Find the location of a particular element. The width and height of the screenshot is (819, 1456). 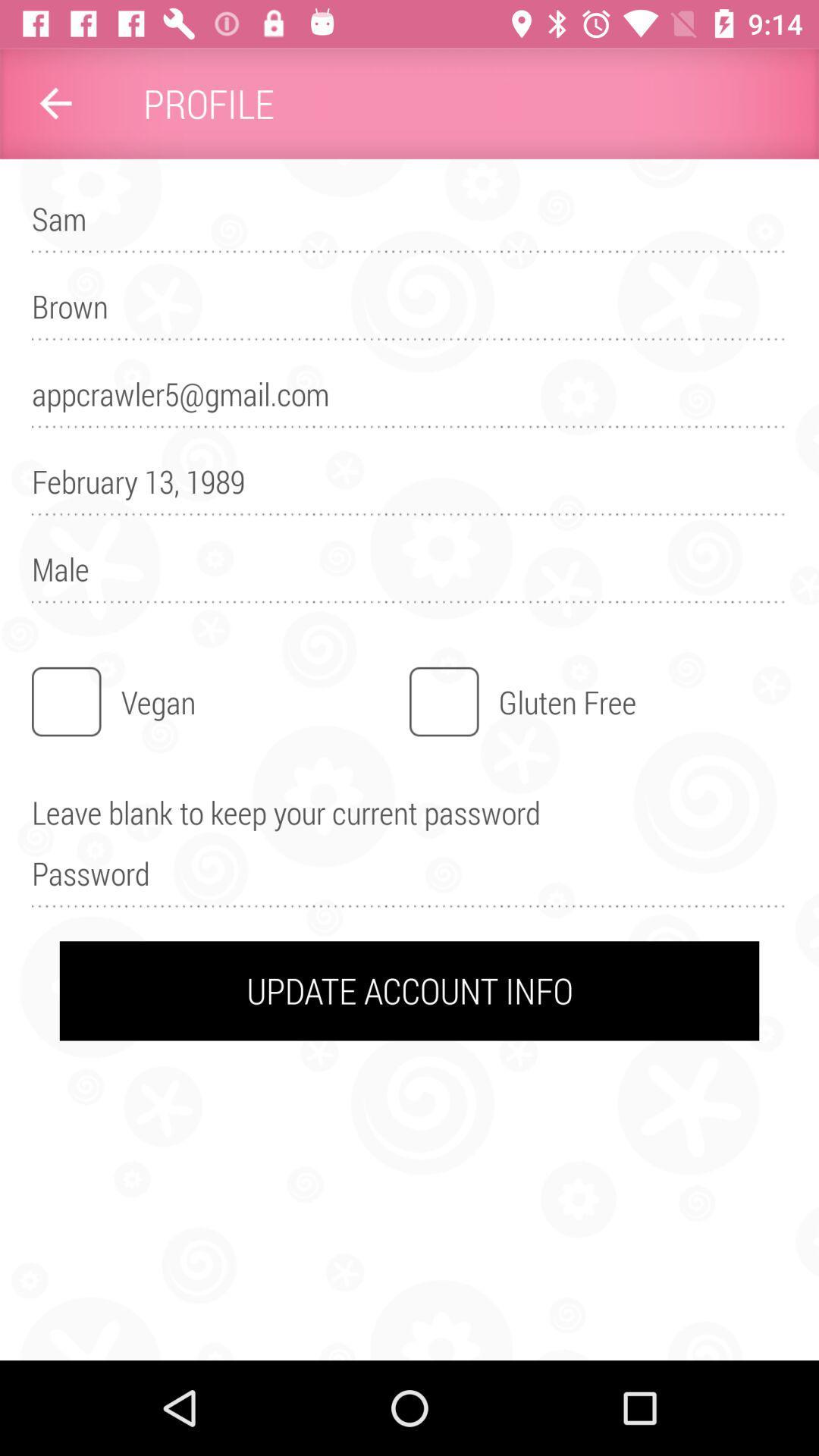

february 13, 1989 item is located at coordinates (409, 488).